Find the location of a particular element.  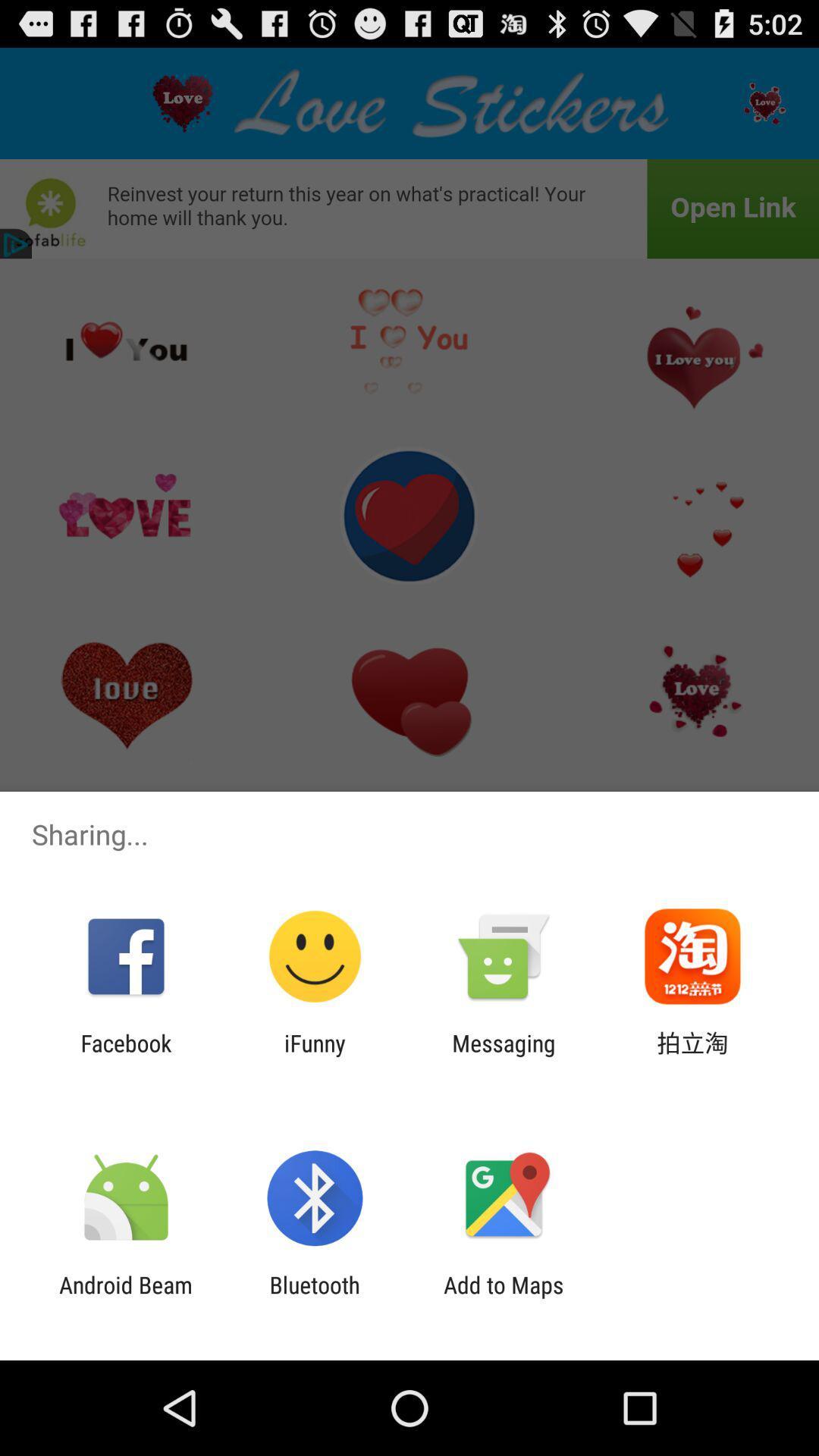

the item to the left of the ifunny is located at coordinates (125, 1056).